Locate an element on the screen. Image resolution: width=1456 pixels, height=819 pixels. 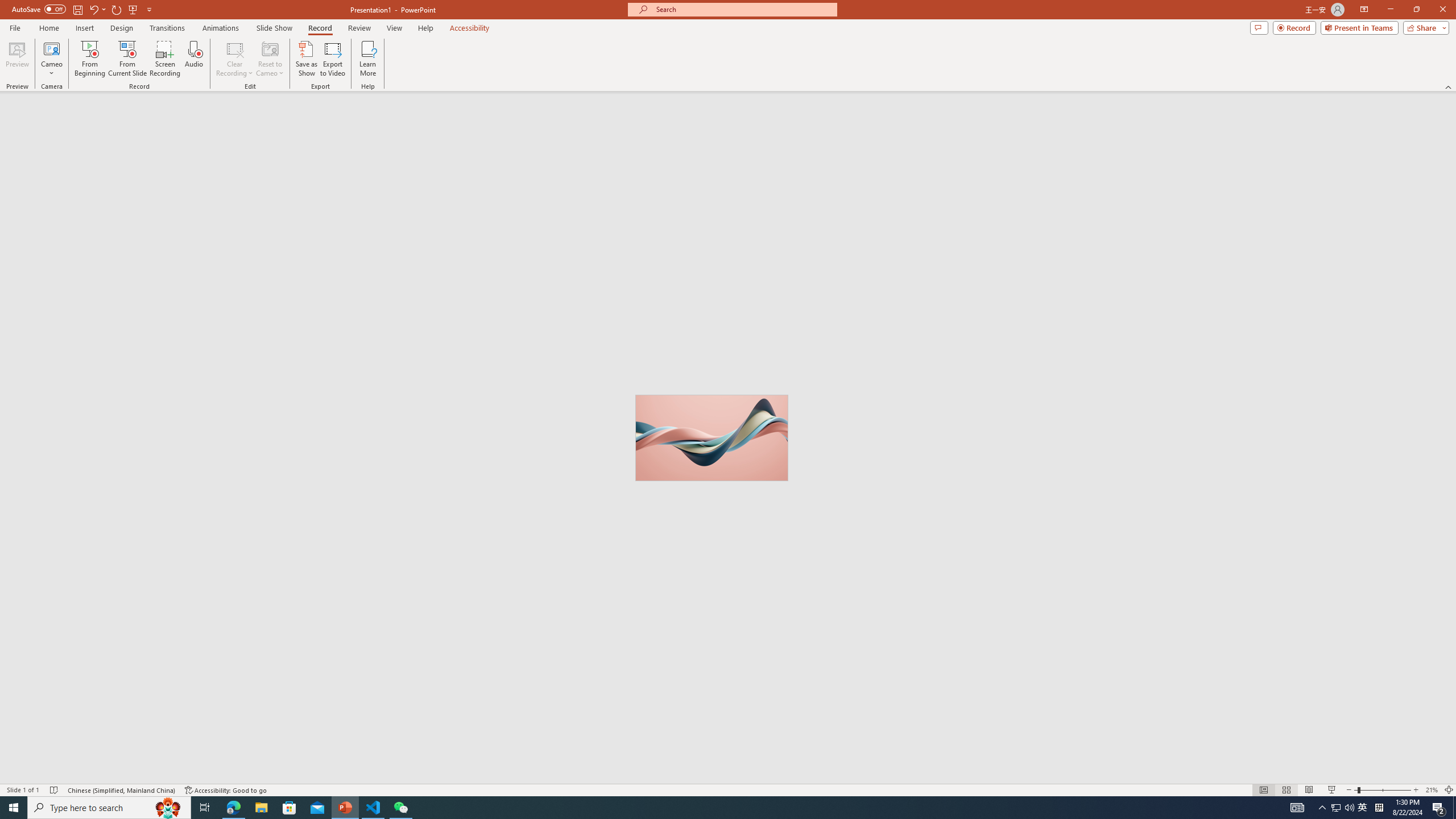
'Clear Recording' is located at coordinates (234, 59).